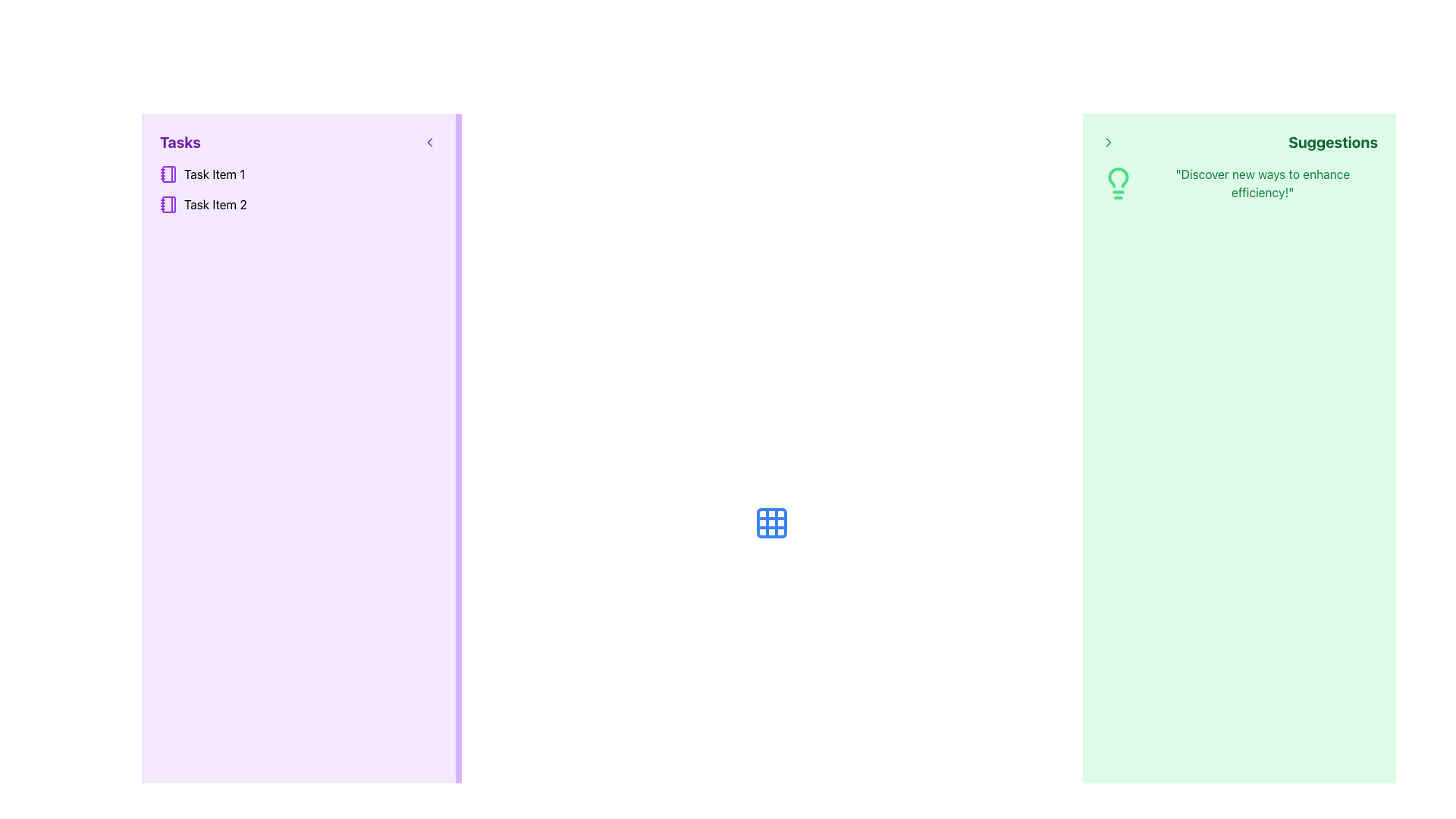  I want to click on the chevron button located at the top-left of the 'Suggestions' section, so click(1108, 143).